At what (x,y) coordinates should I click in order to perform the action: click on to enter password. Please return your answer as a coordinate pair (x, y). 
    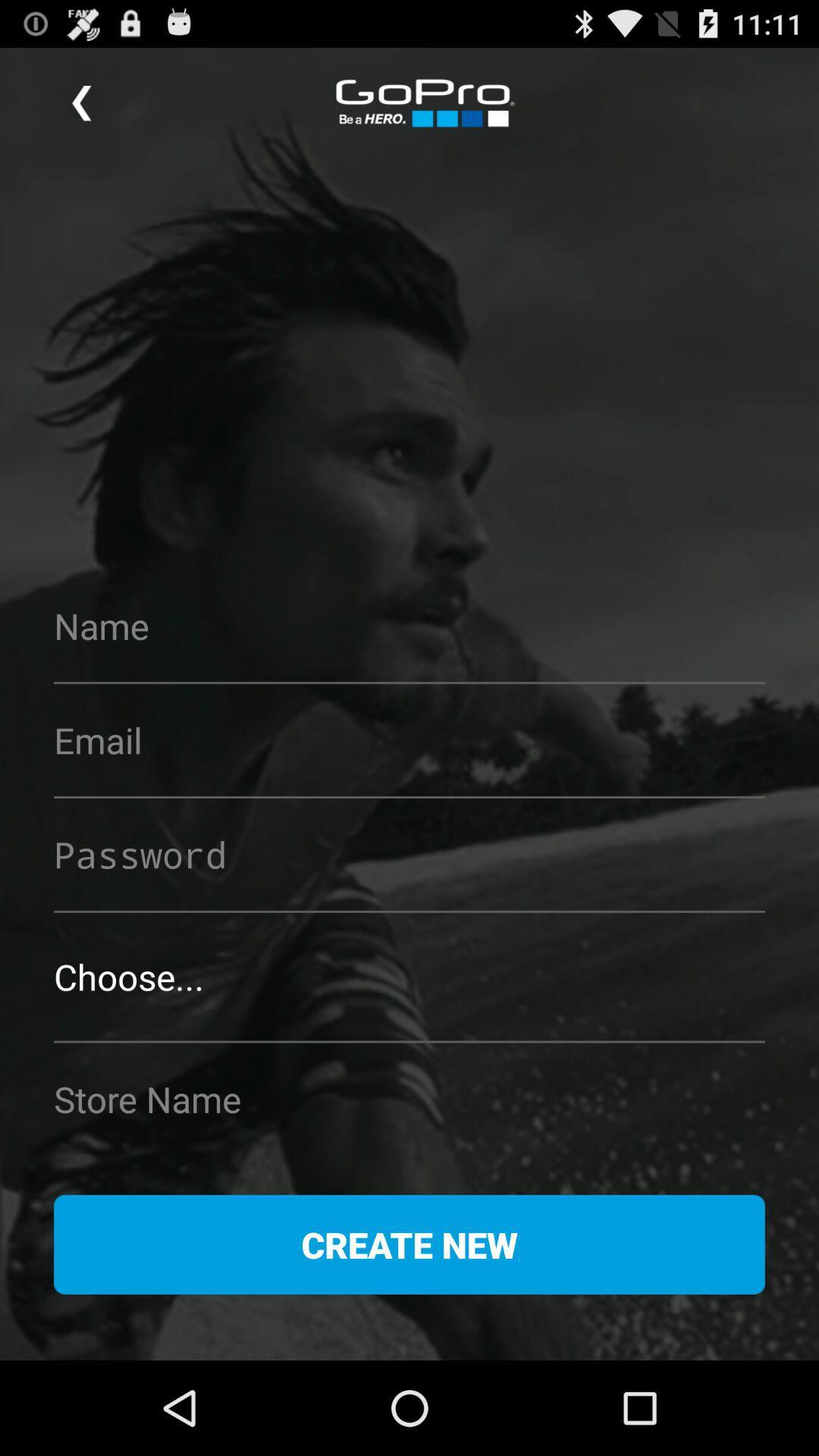
    Looking at the image, I should click on (409, 854).